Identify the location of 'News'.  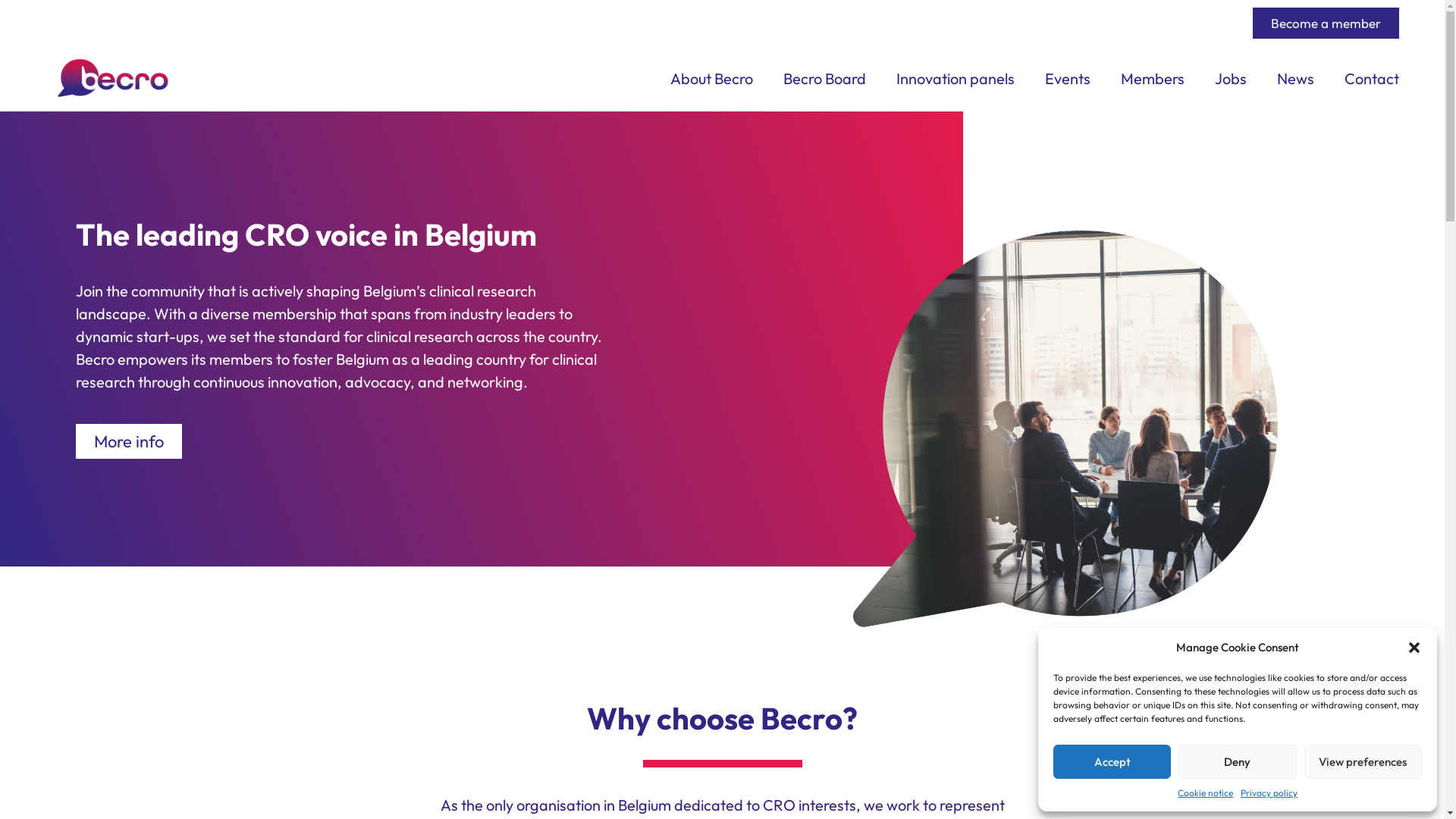
(1294, 79).